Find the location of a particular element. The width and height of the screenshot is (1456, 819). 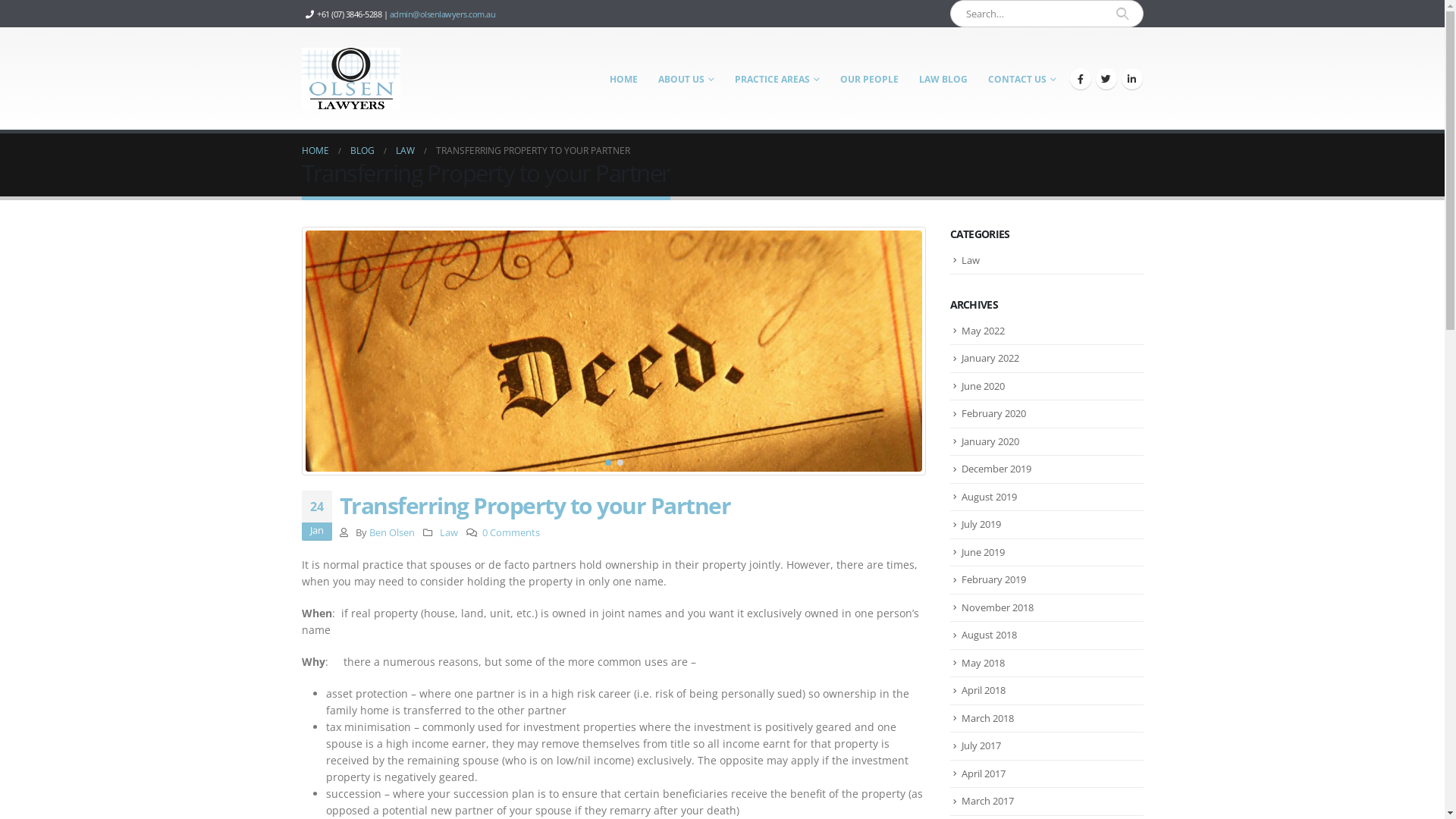

'Search' is located at coordinates (1122, 14).